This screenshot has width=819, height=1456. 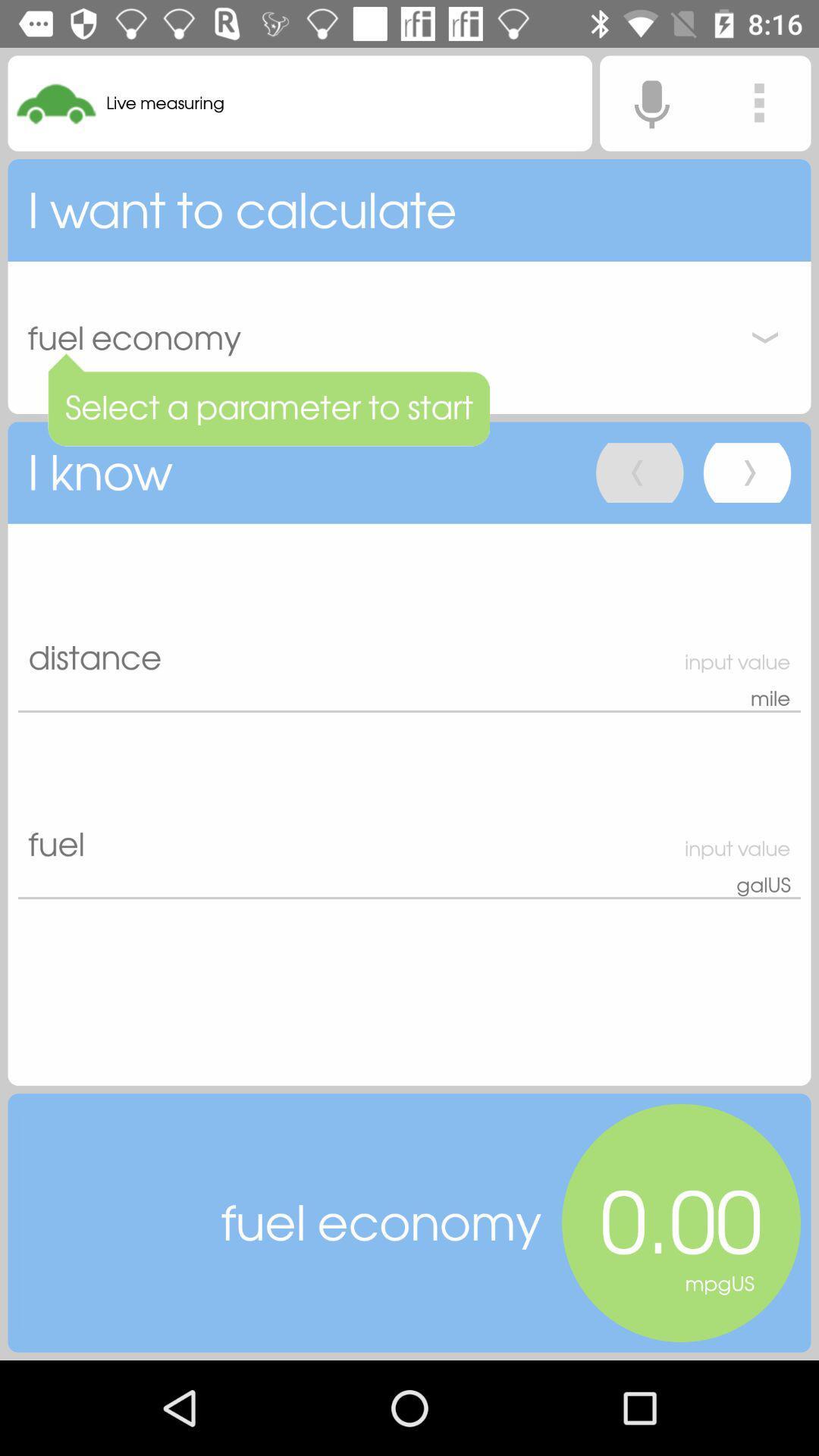 I want to click on next, so click(x=746, y=472).